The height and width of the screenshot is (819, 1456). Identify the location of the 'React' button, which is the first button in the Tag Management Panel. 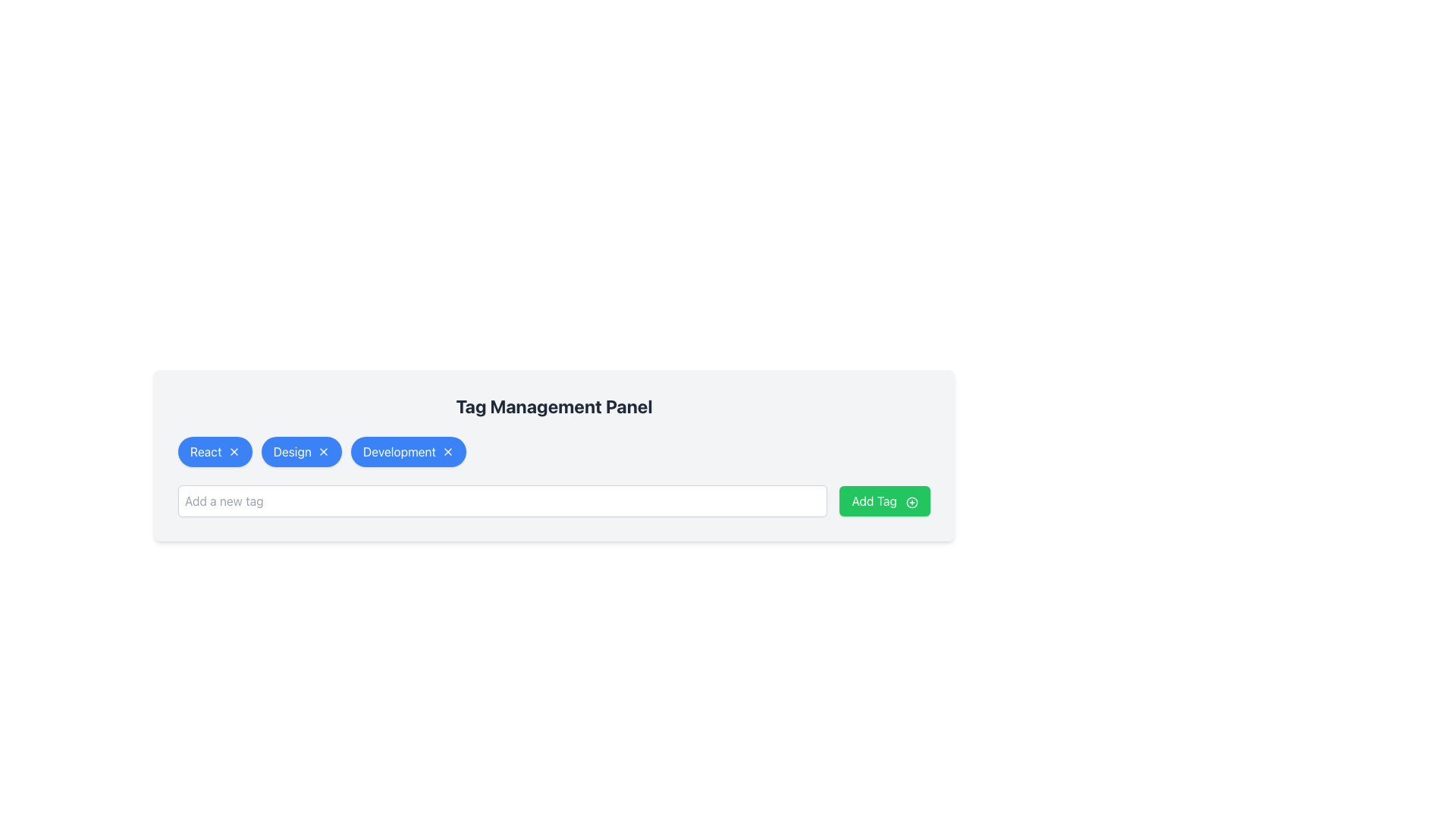
(214, 451).